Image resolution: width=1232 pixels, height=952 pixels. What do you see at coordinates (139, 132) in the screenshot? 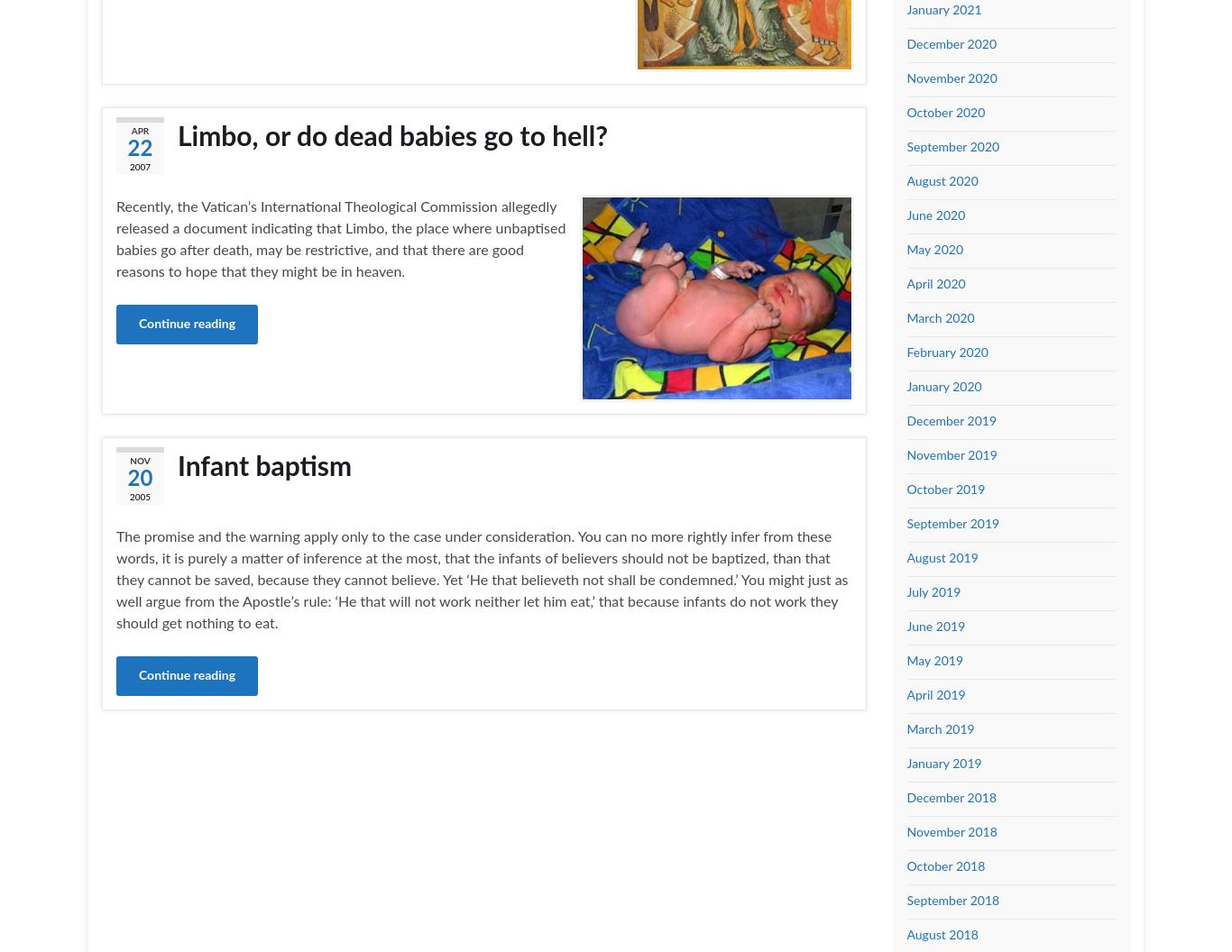
I see `'Apr'` at bounding box center [139, 132].